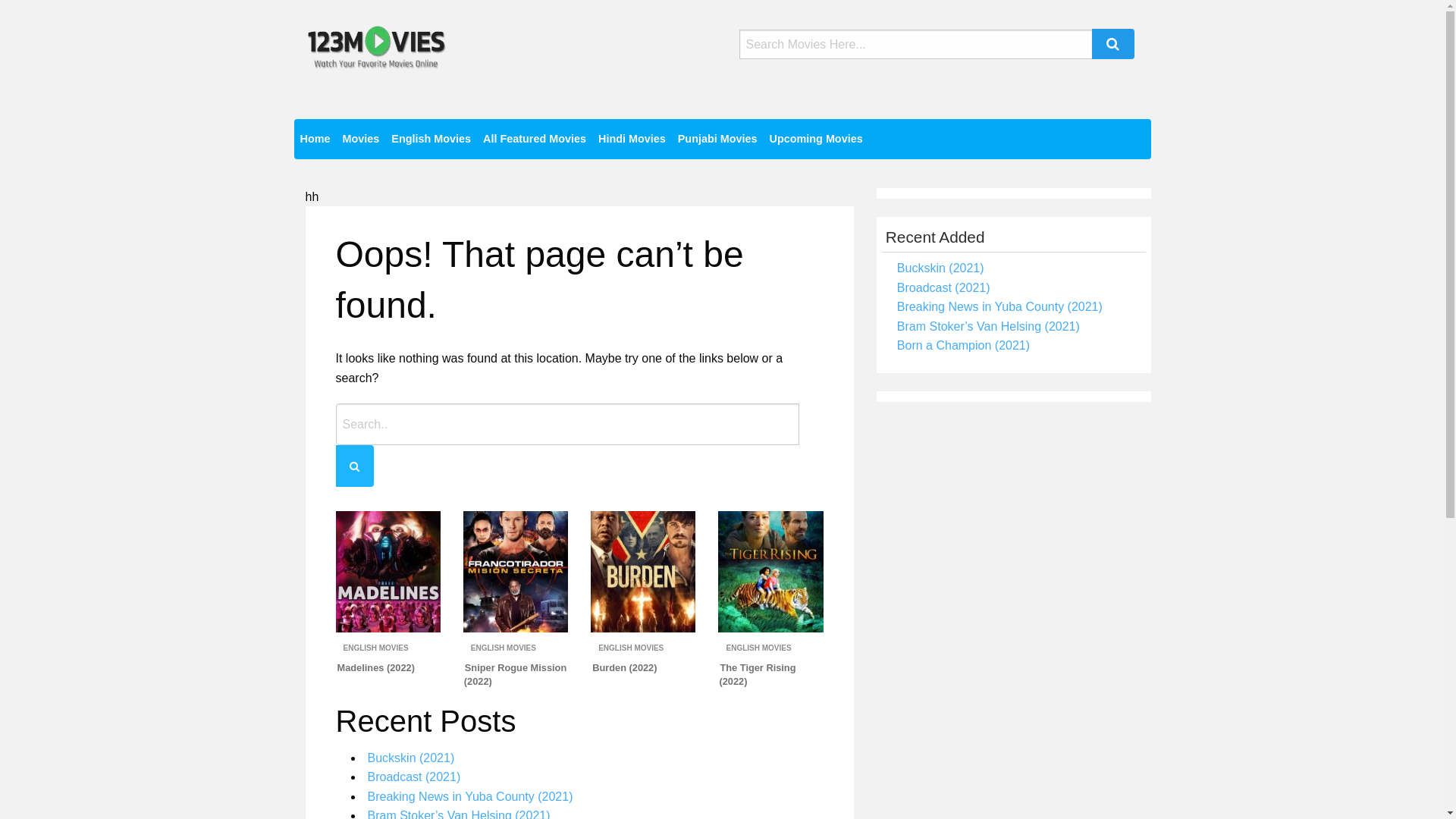  Describe the element at coordinates (1113, 42) in the screenshot. I see `'Search'` at that location.